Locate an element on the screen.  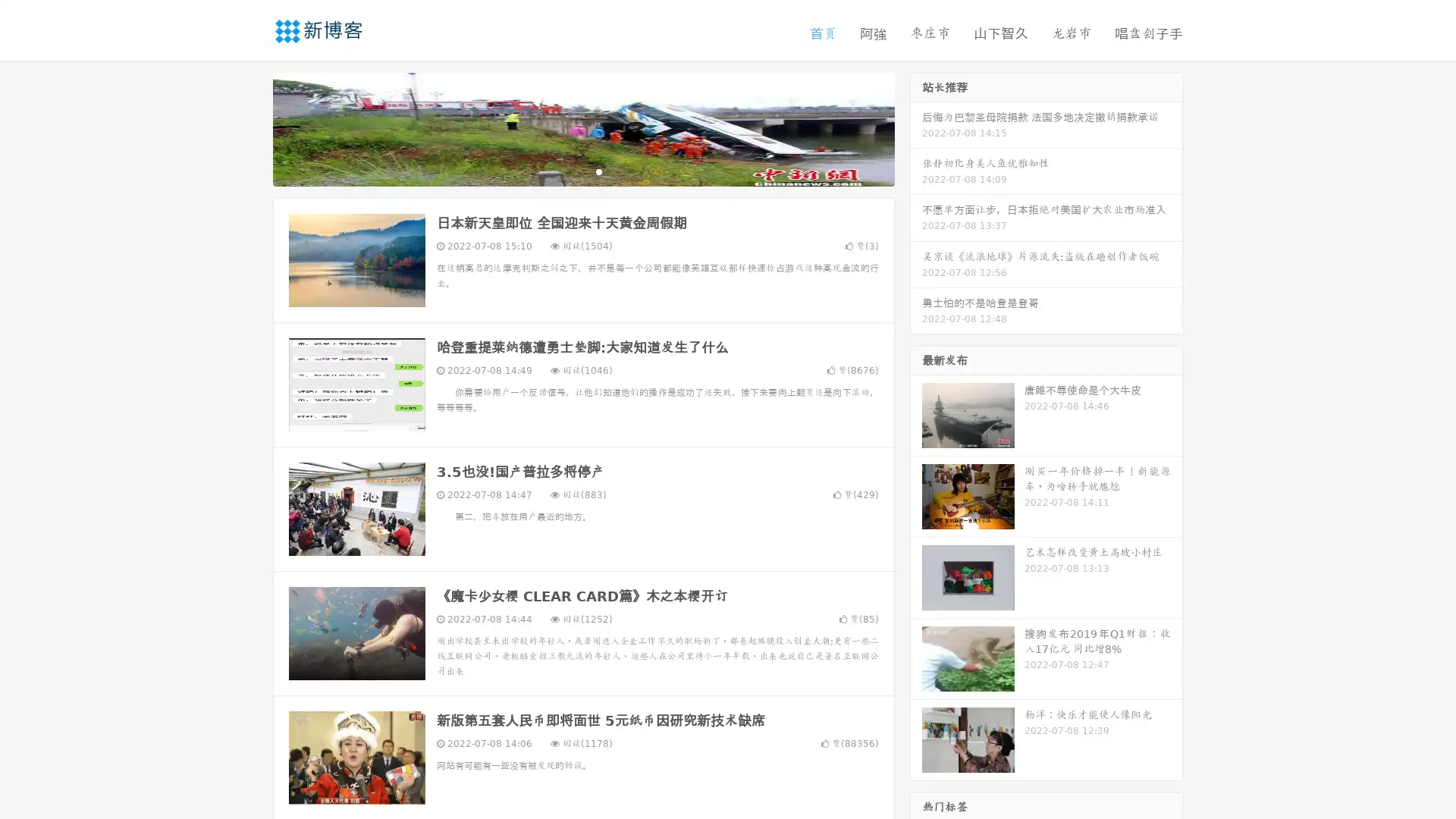
Previous slide is located at coordinates (250, 127).